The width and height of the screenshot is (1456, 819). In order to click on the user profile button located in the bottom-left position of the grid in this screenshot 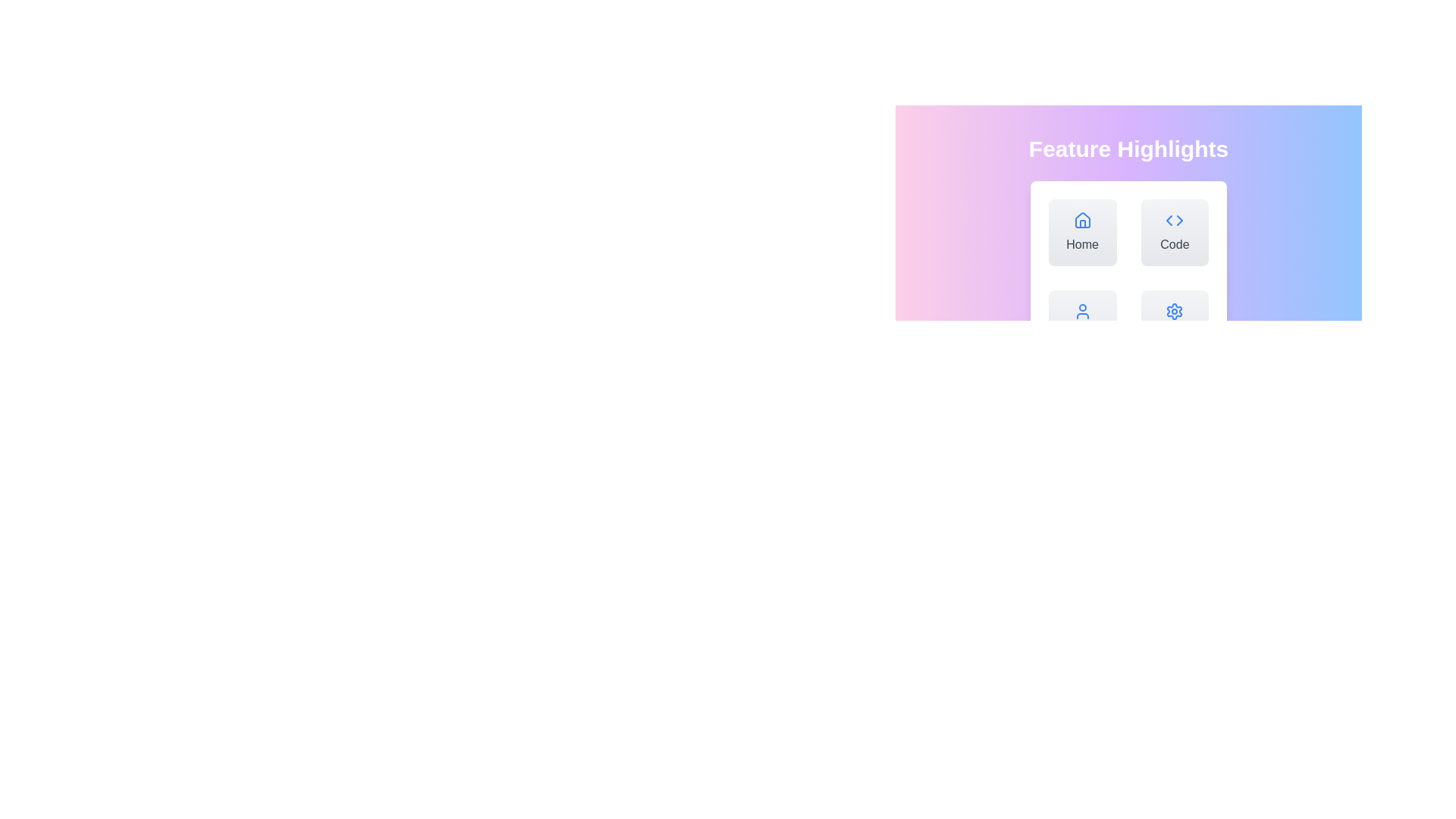, I will do `click(1081, 323)`.